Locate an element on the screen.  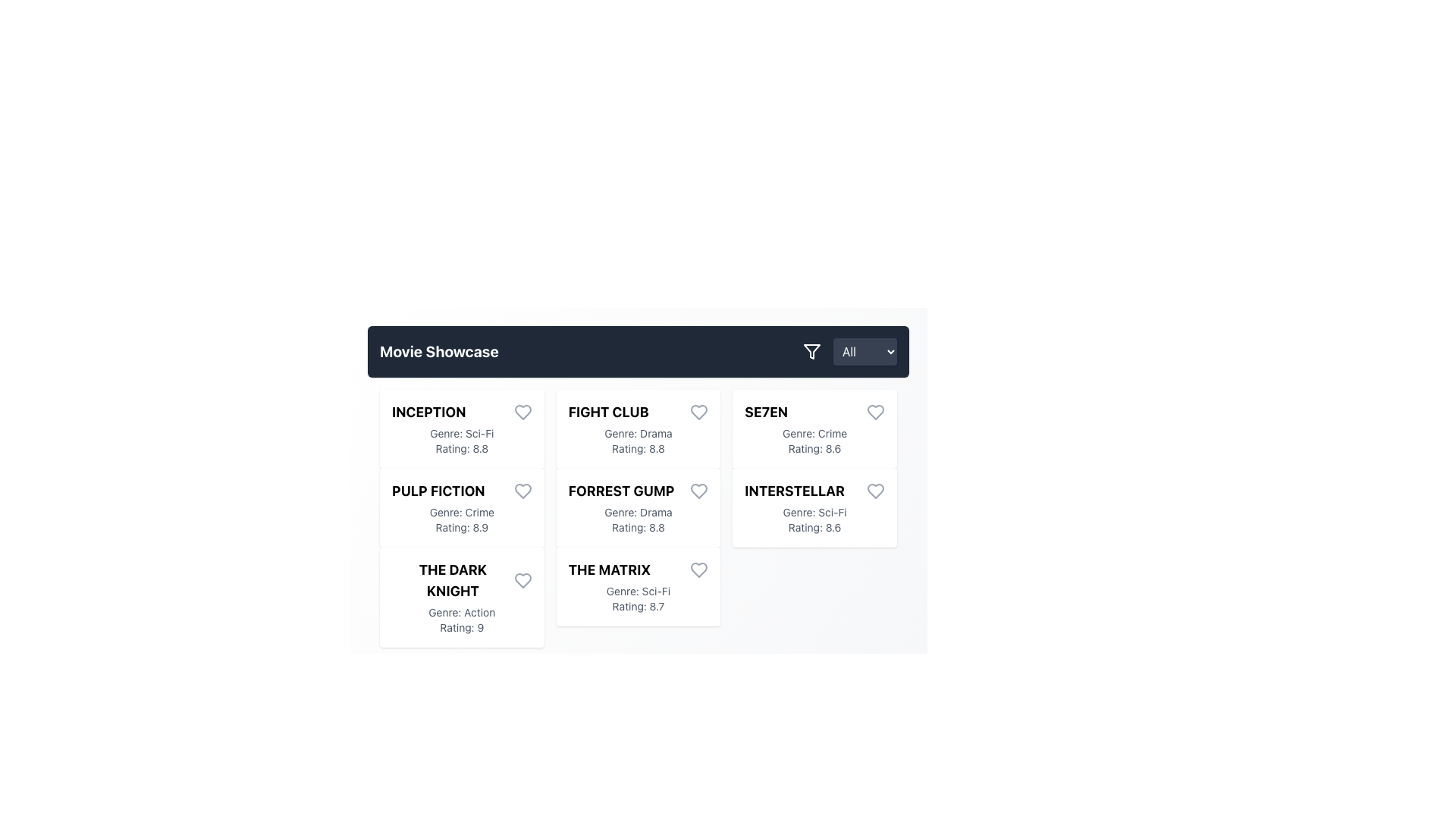
the 'FIGHT CLUB' title label, which is styled as bold, uppercase text in a large font size and is located at the top center of the second movie card in the grid under 'Movie Showcase' is located at coordinates (638, 412).